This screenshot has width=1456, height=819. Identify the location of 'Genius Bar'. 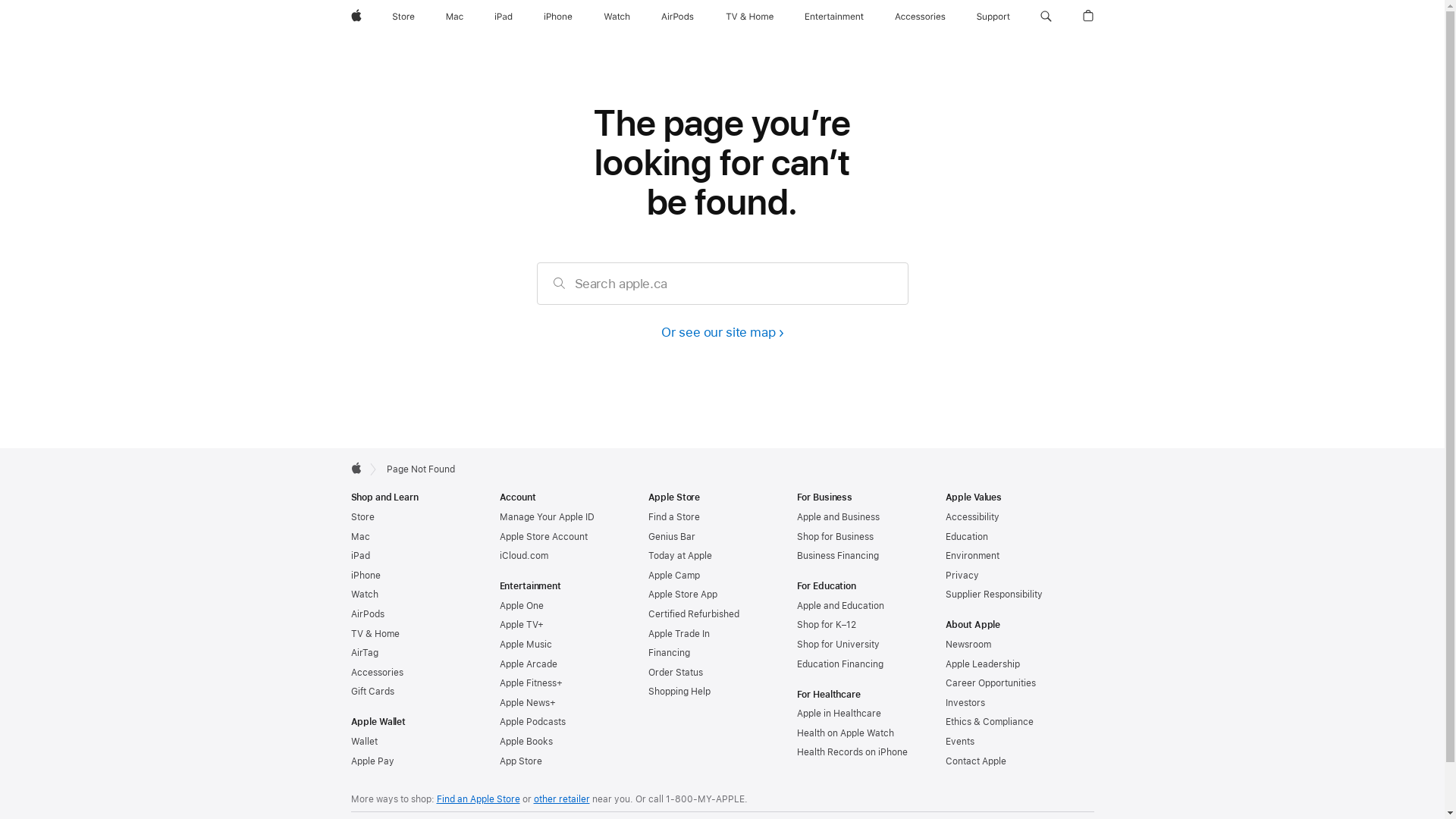
(648, 536).